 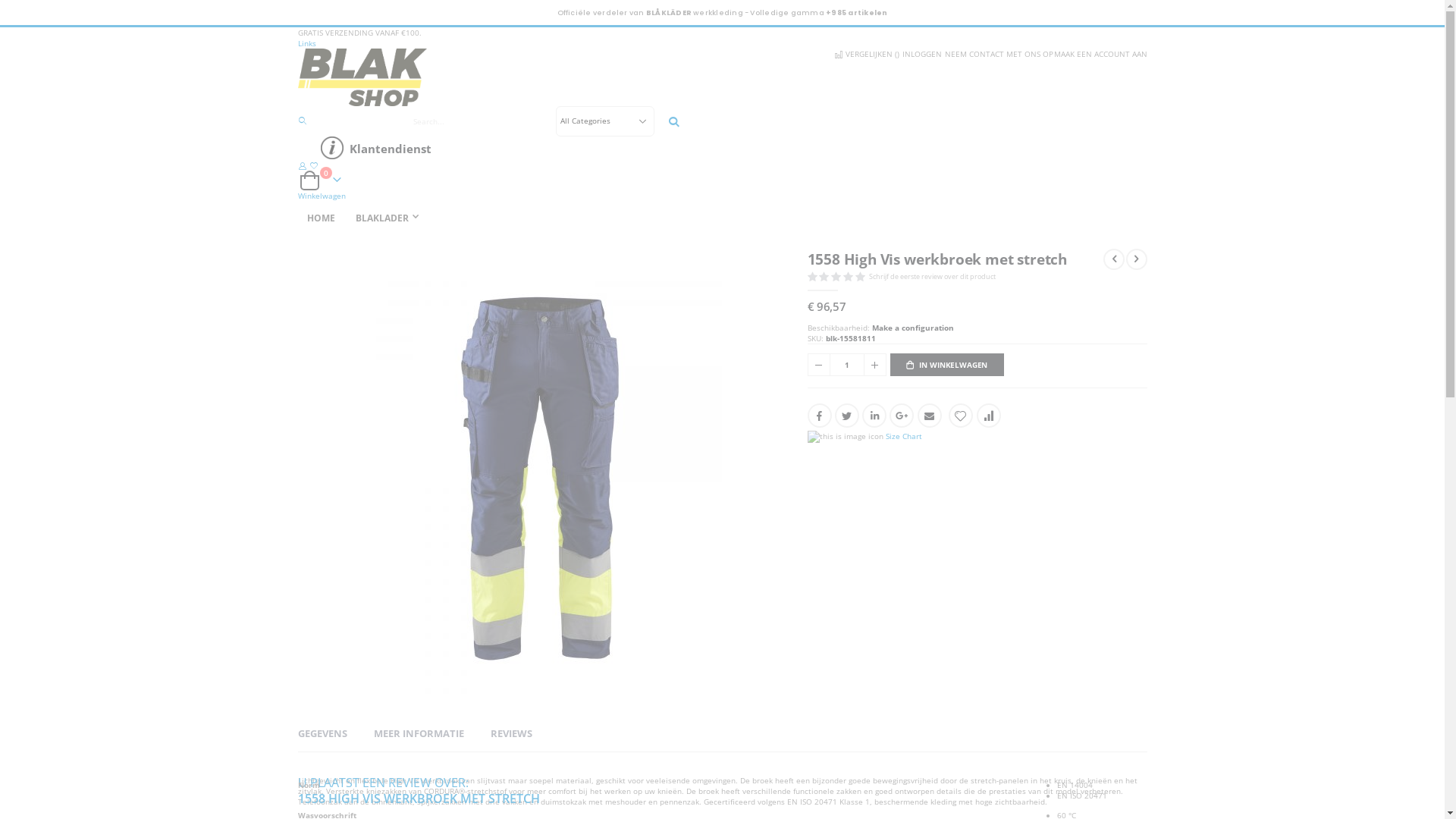 I want to click on 'GEGEVENS', so click(x=321, y=733).